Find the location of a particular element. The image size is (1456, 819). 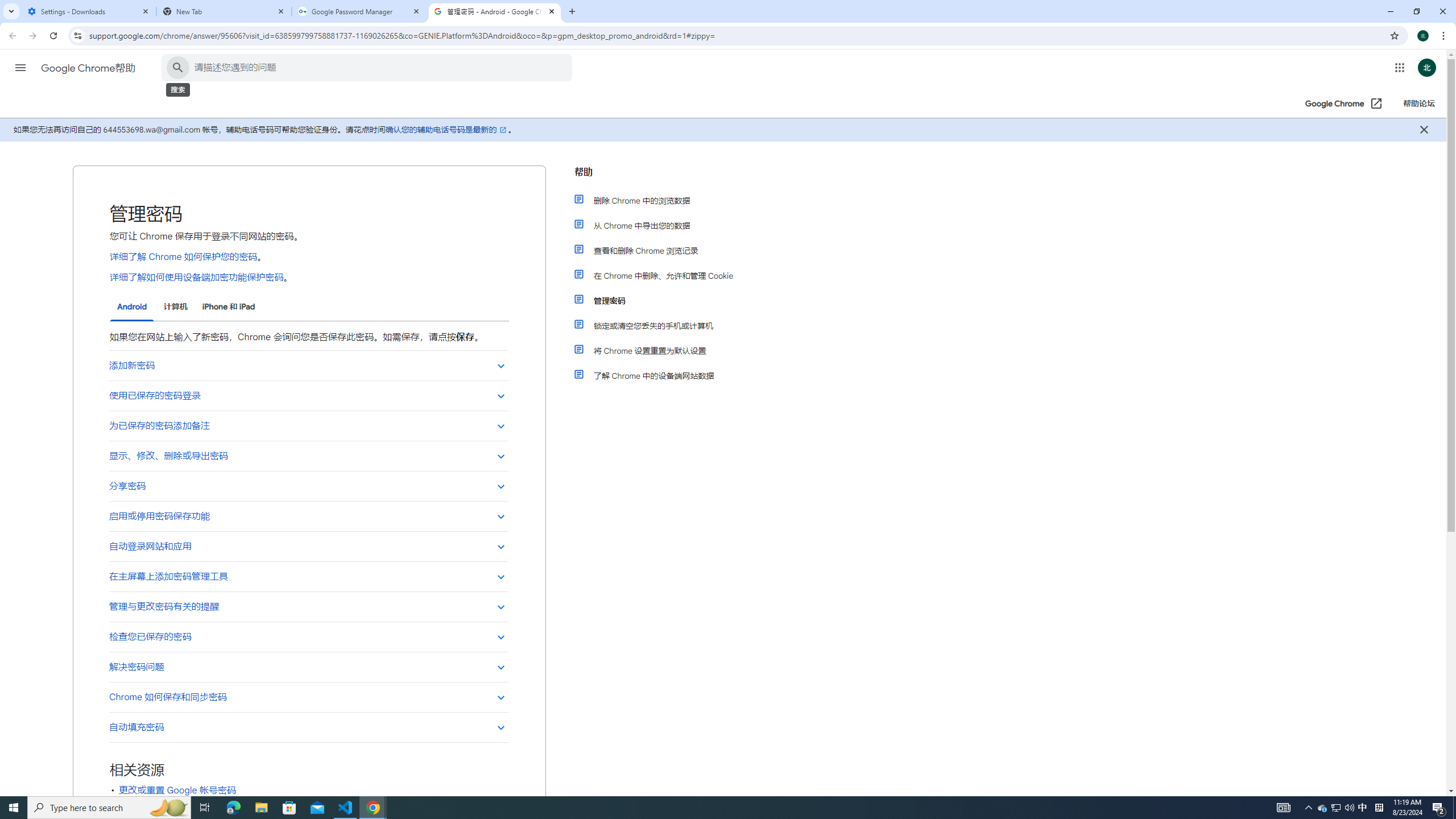

'Android' is located at coordinates (131, 307).